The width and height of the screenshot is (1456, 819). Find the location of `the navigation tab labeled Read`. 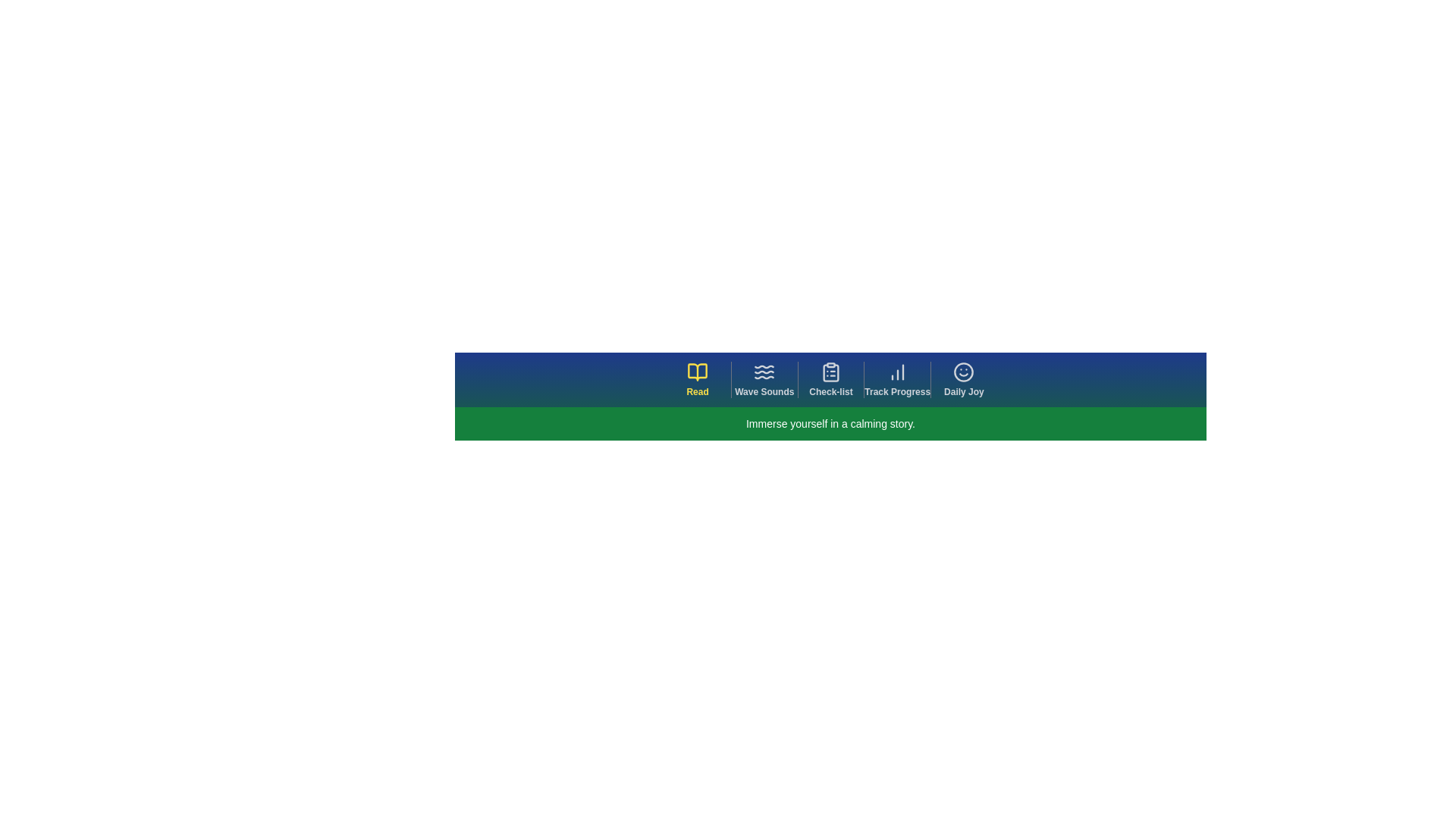

the navigation tab labeled Read is located at coordinates (697, 379).